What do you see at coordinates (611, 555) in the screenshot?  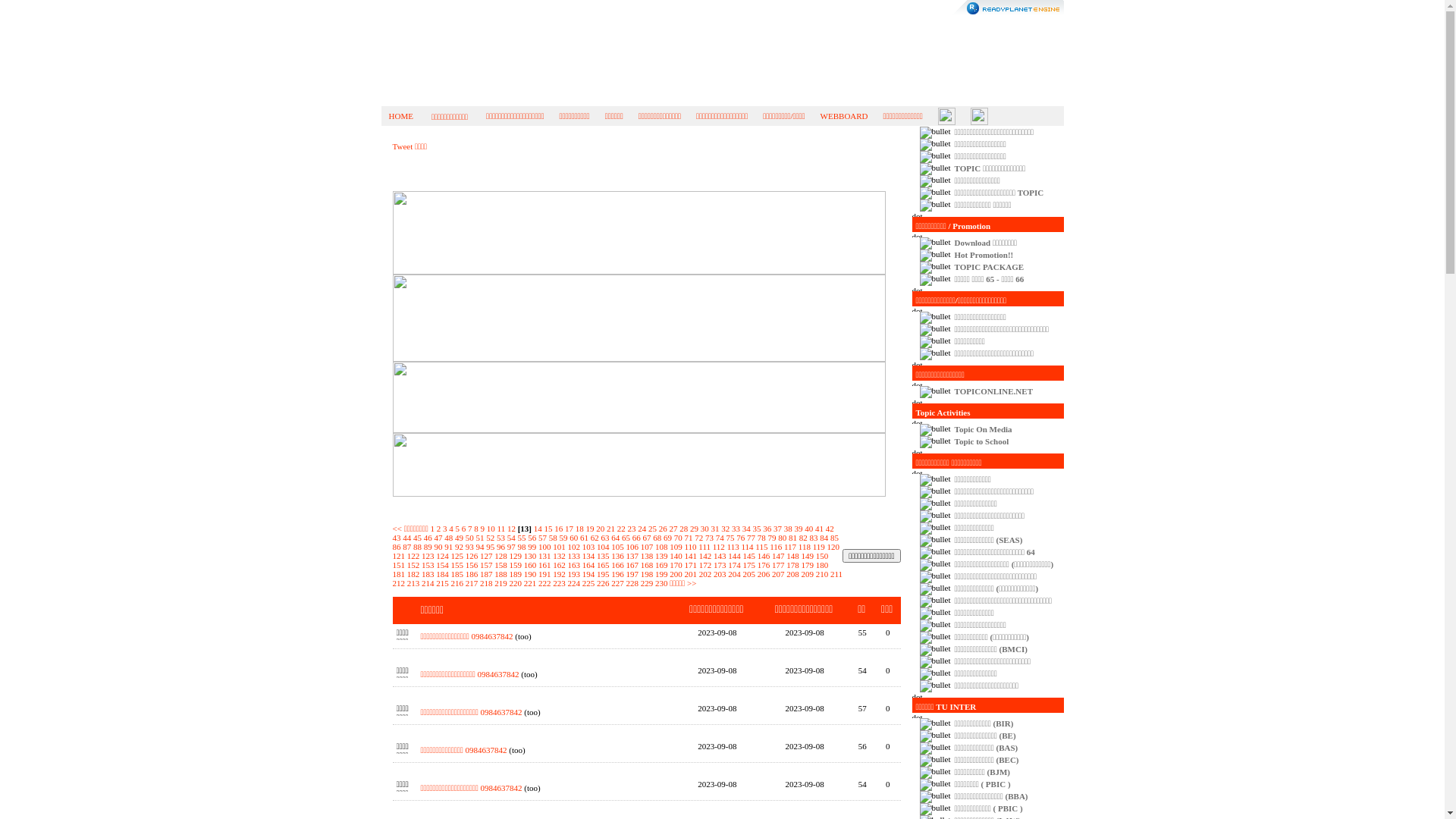 I see `'136'` at bounding box center [611, 555].